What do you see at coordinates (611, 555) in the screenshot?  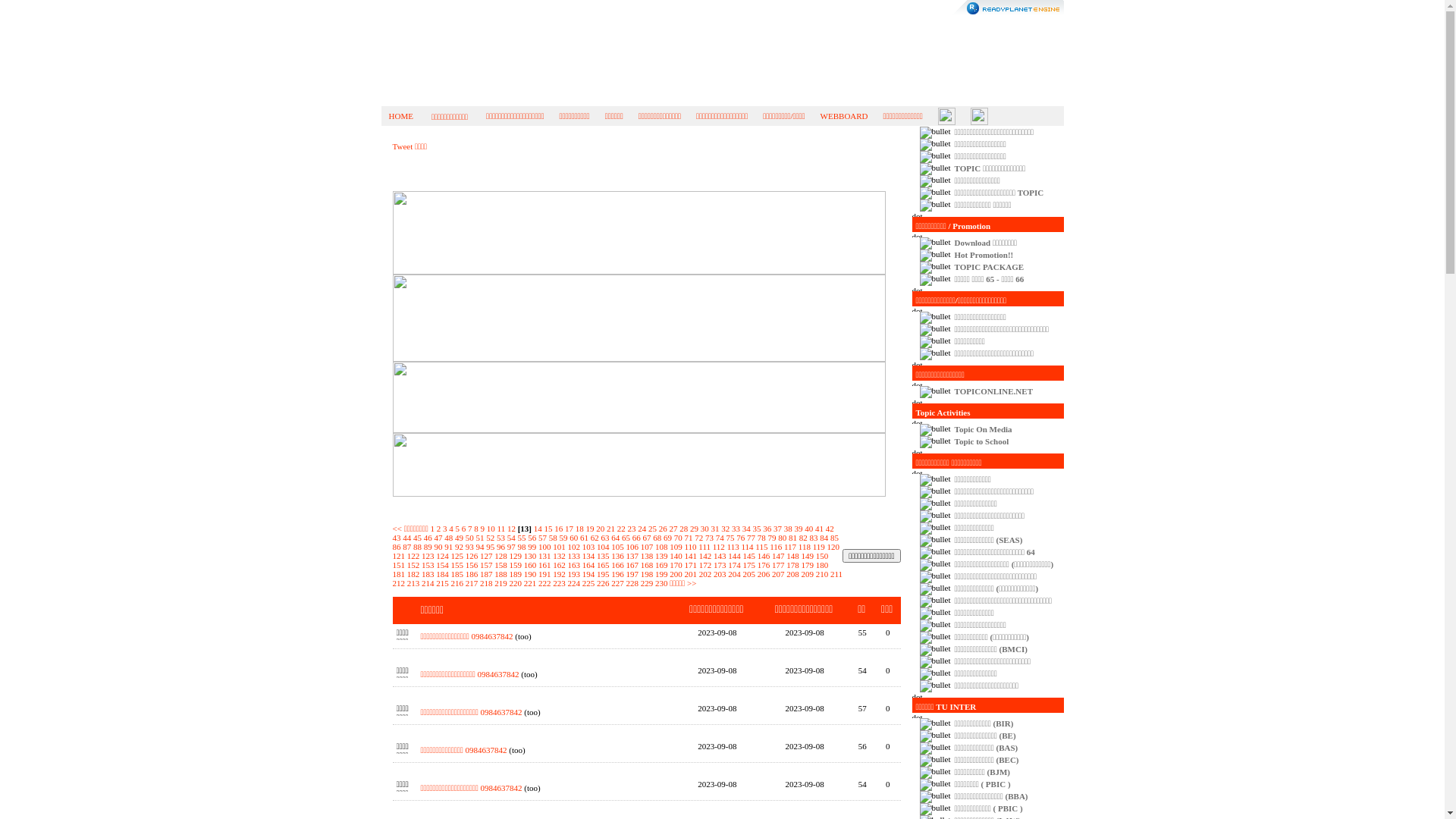 I see `'136'` at bounding box center [611, 555].